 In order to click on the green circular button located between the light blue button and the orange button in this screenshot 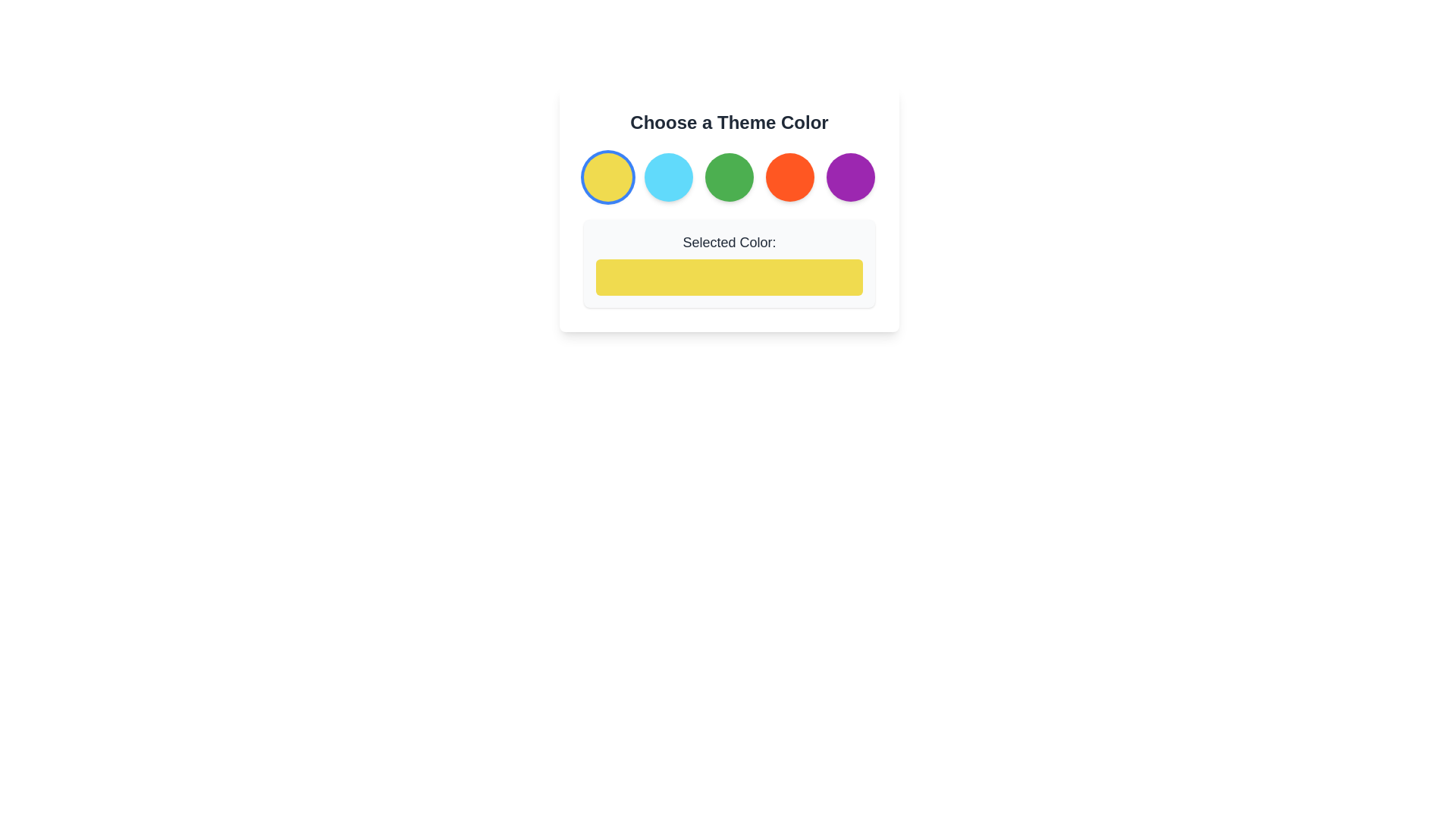, I will do `click(729, 177)`.